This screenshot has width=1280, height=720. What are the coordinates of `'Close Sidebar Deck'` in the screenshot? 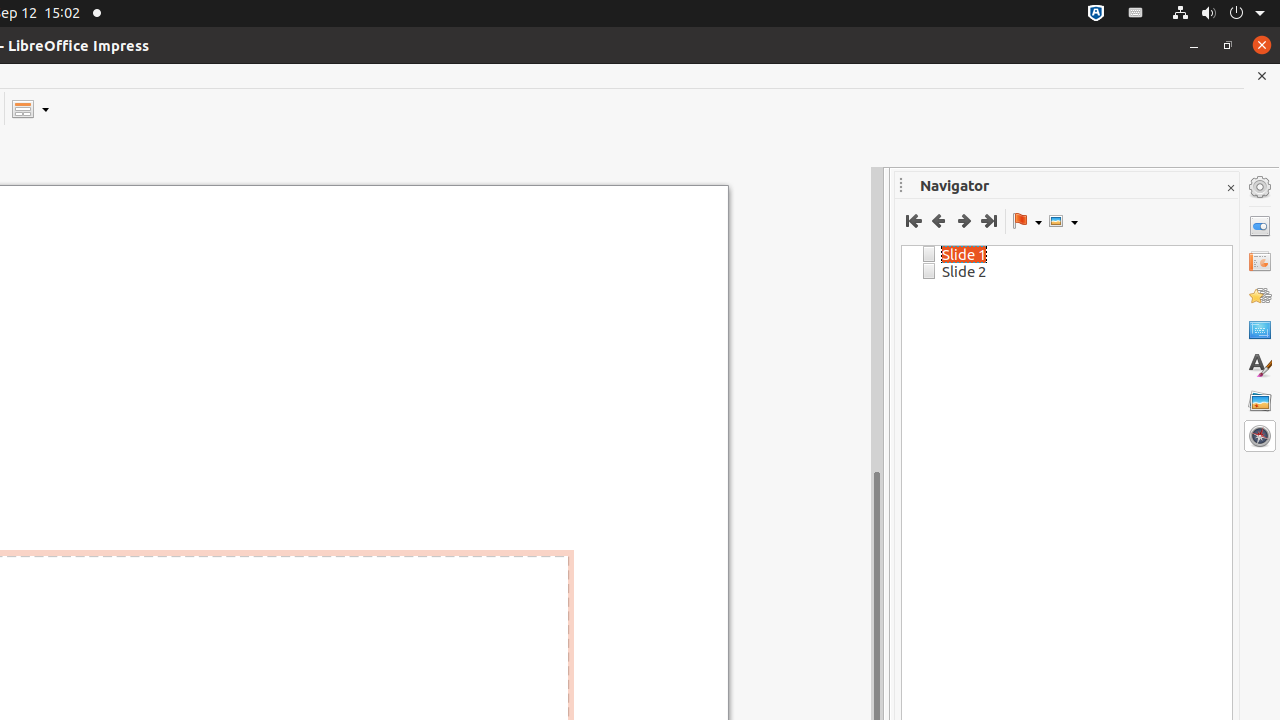 It's located at (1229, 188).